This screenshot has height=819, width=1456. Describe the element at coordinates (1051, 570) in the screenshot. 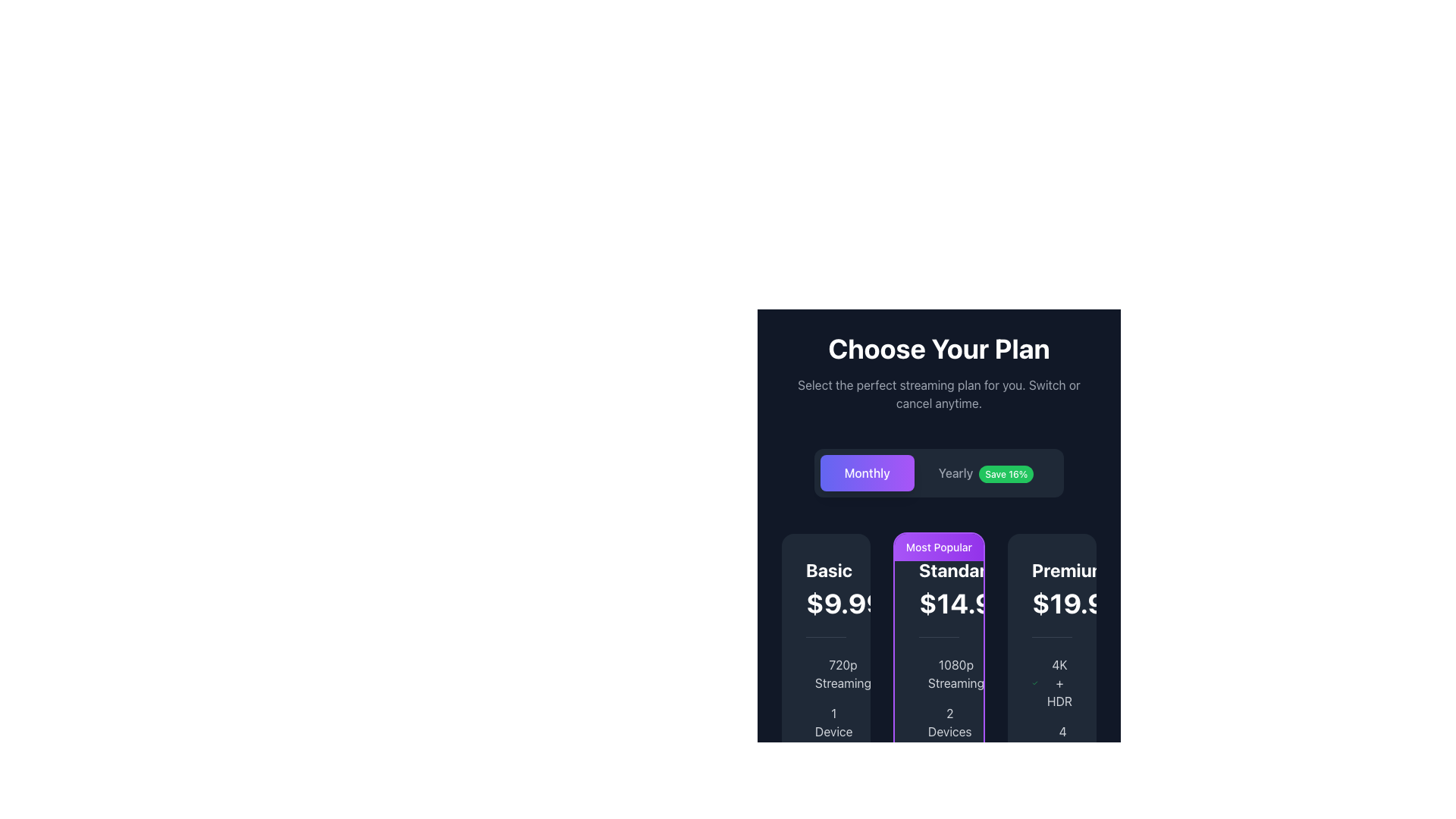

I see `the text label indicating the 'Premium' subscription plan, located at the top of the rightmost subscription card, directly above the price '$19.99'` at that location.